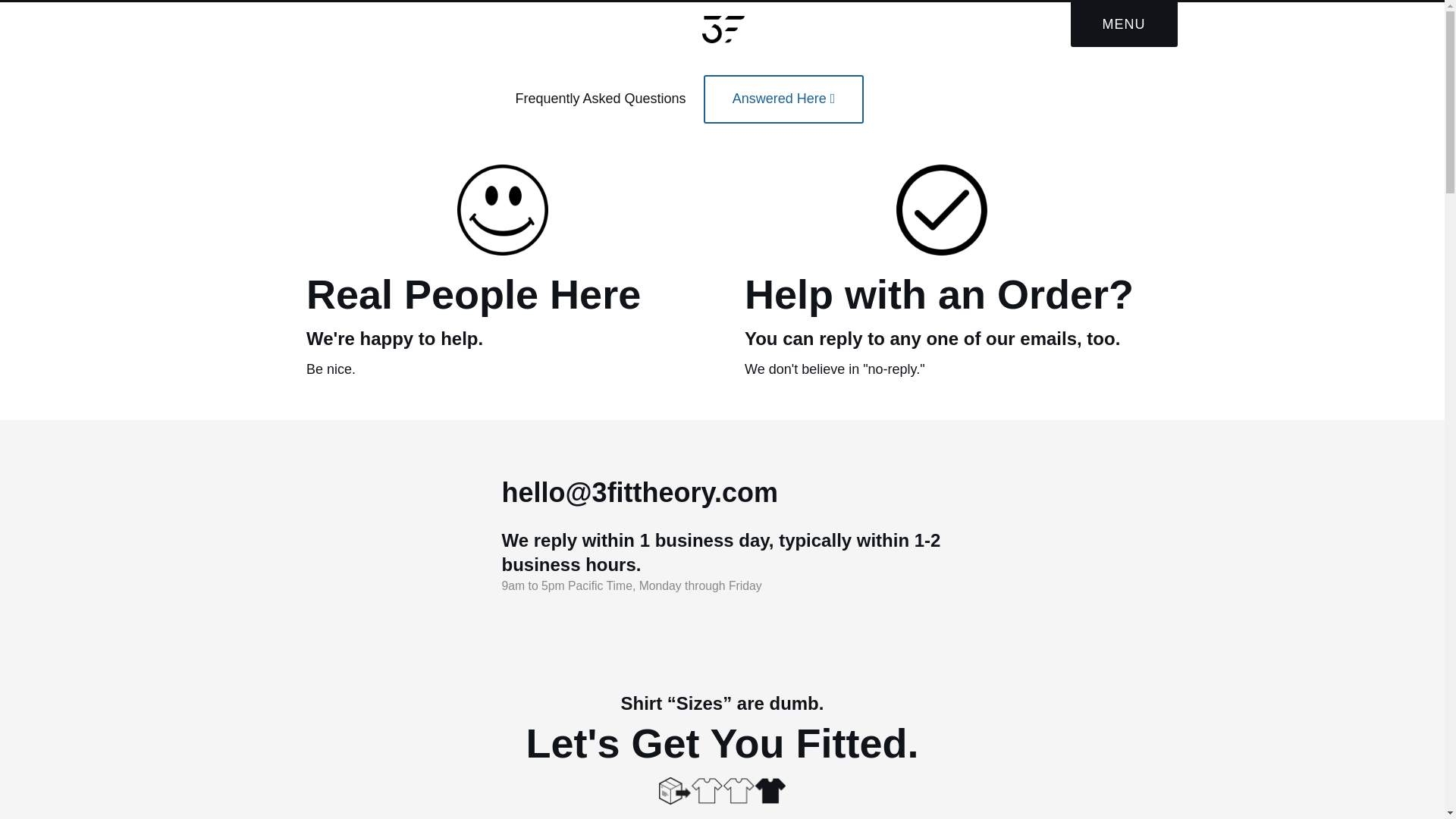 Image resolution: width=1456 pixels, height=819 pixels. I want to click on 'MENU', so click(1124, 24).